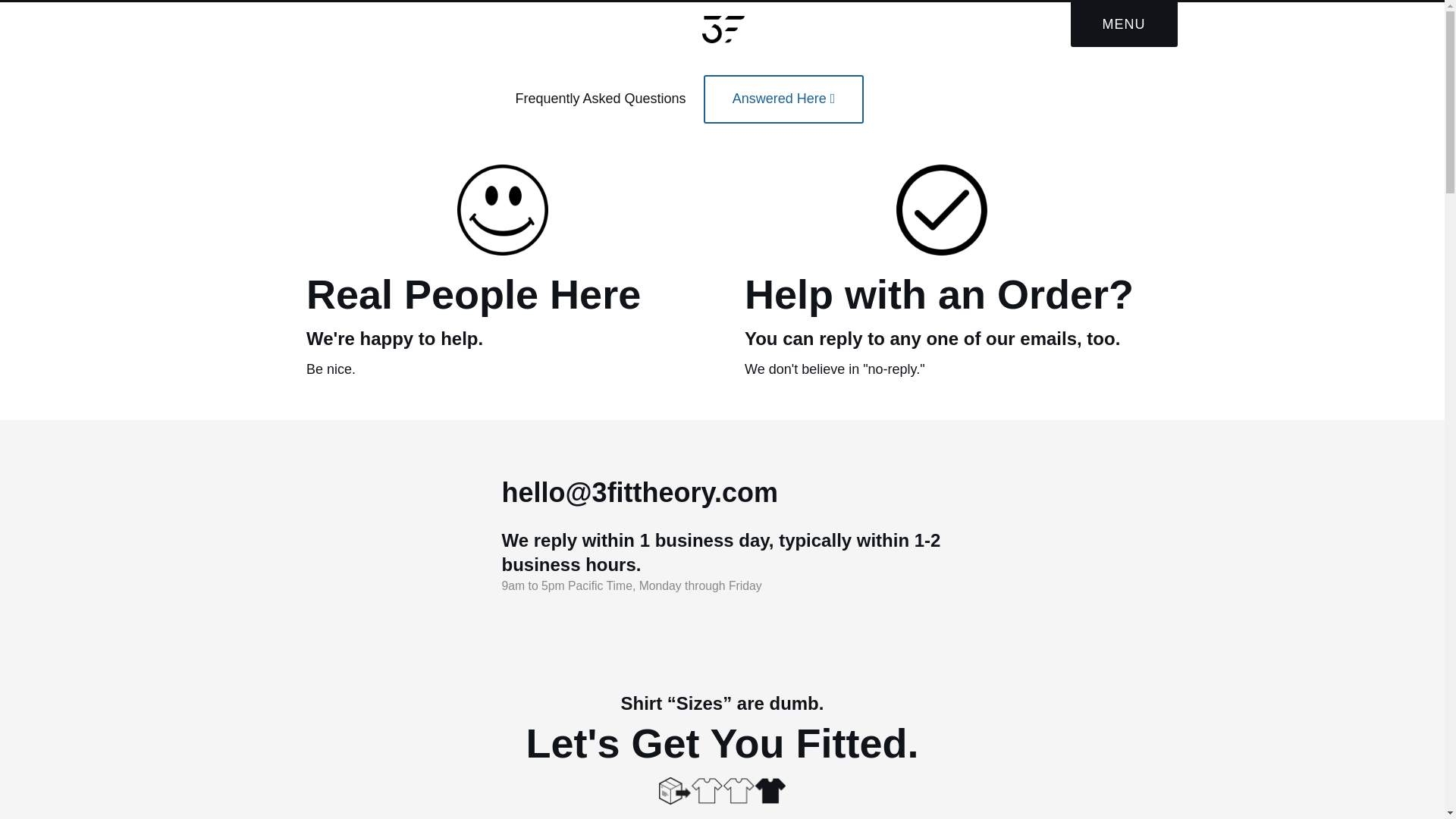 Image resolution: width=1456 pixels, height=819 pixels. I want to click on 'MENU', so click(1124, 24).